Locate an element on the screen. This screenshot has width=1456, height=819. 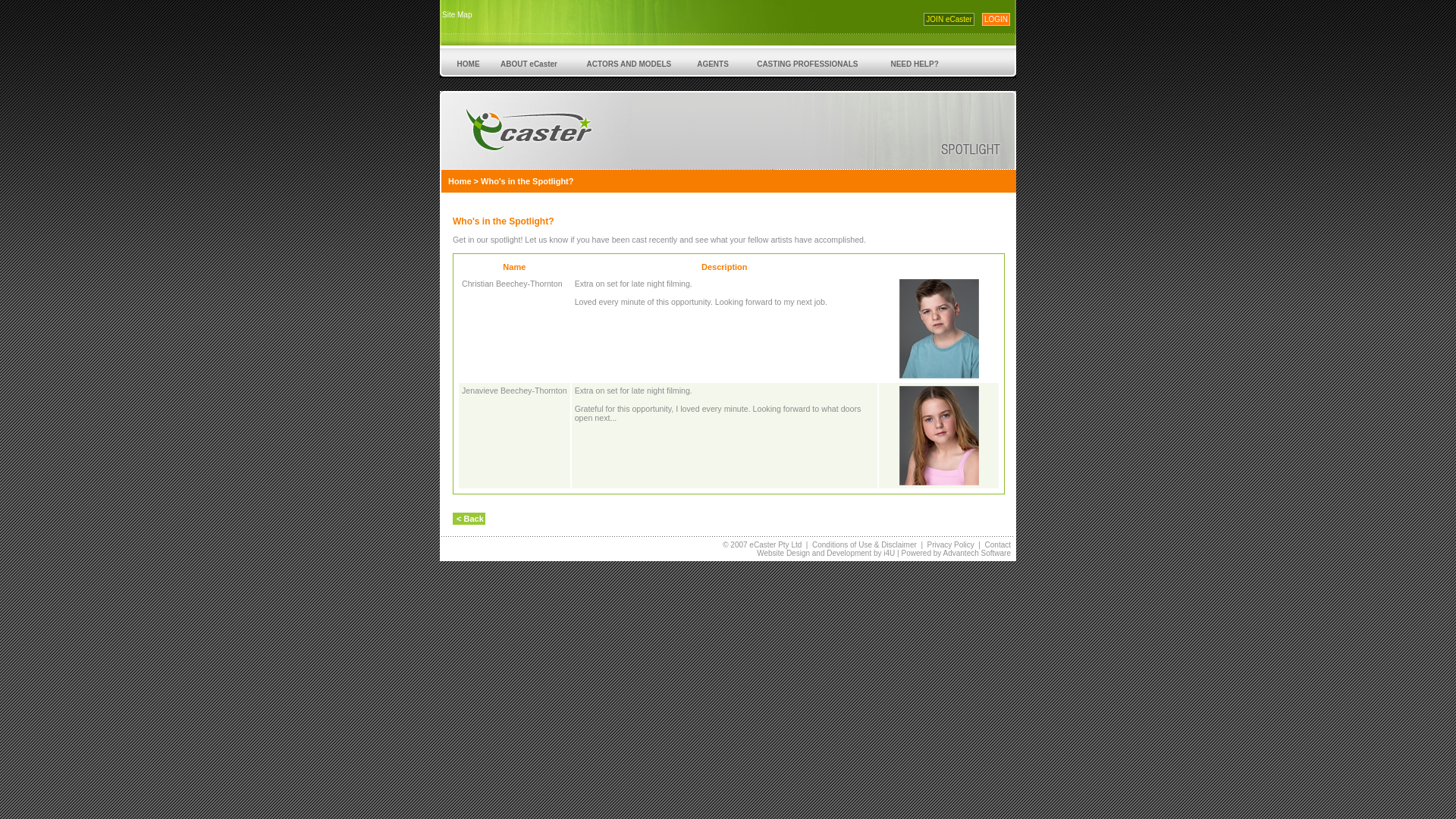
'Jenavieve Beechey-Thornton' is located at coordinates (514, 390).